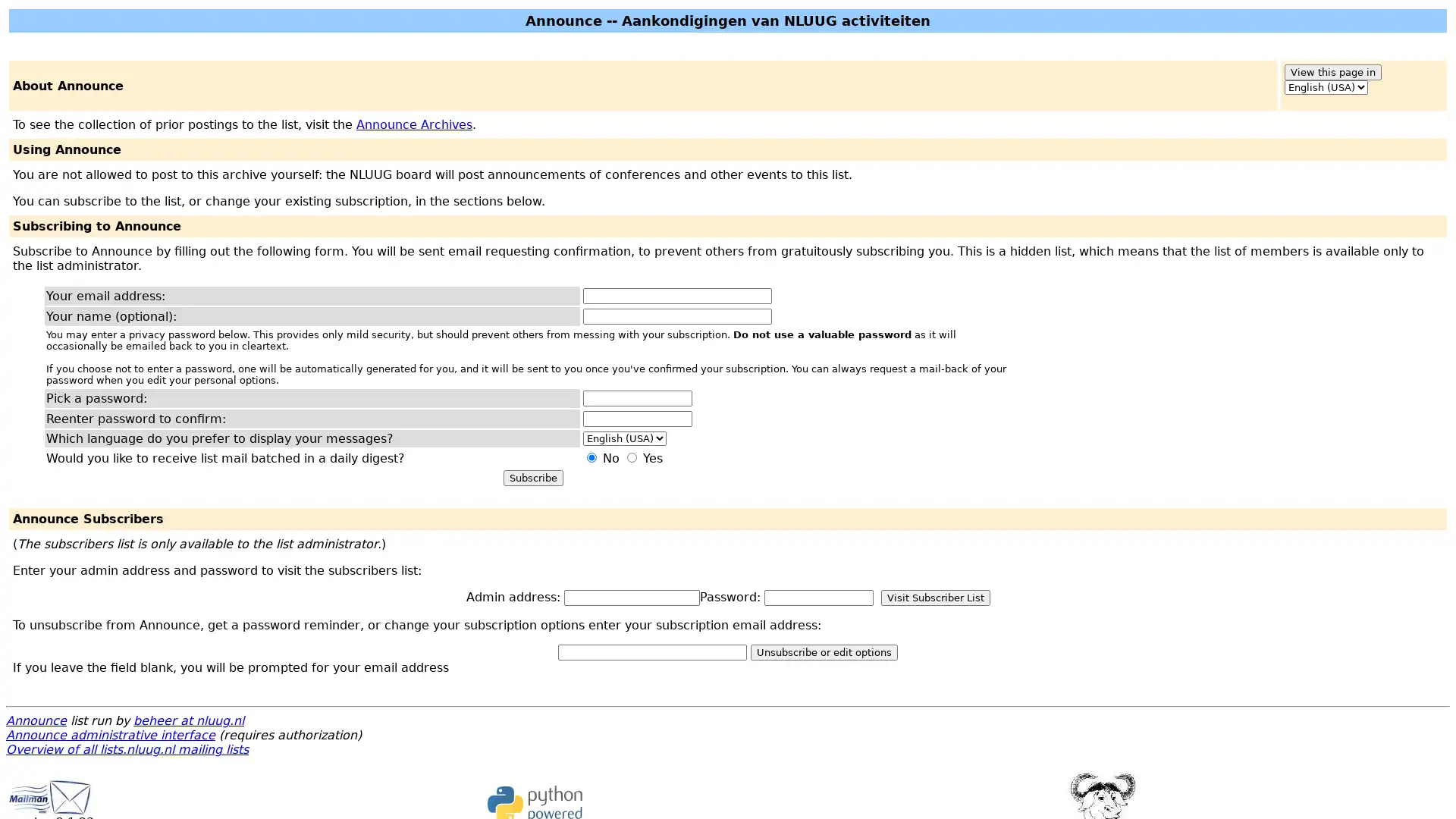 Image resolution: width=1456 pixels, height=819 pixels. What do you see at coordinates (823, 651) in the screenshot?
I see `Unsubscribe or edit options` at bounding box center [823, 651].